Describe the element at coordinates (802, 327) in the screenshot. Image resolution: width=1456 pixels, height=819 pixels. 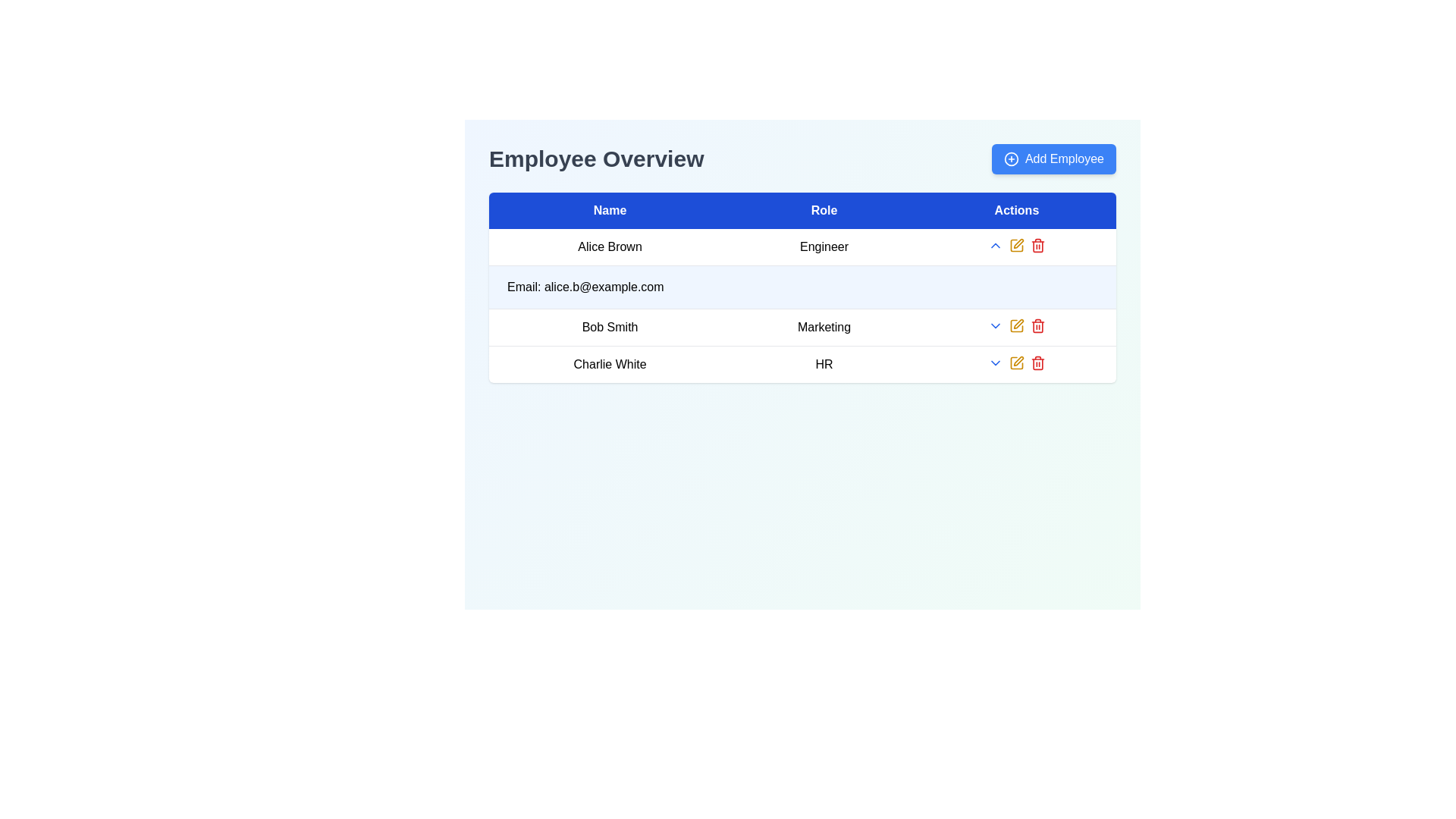
I see `the second row of the employee list displaying 'Bob Smith' and 'Marketing' by moving the cursor to its center` at that location.